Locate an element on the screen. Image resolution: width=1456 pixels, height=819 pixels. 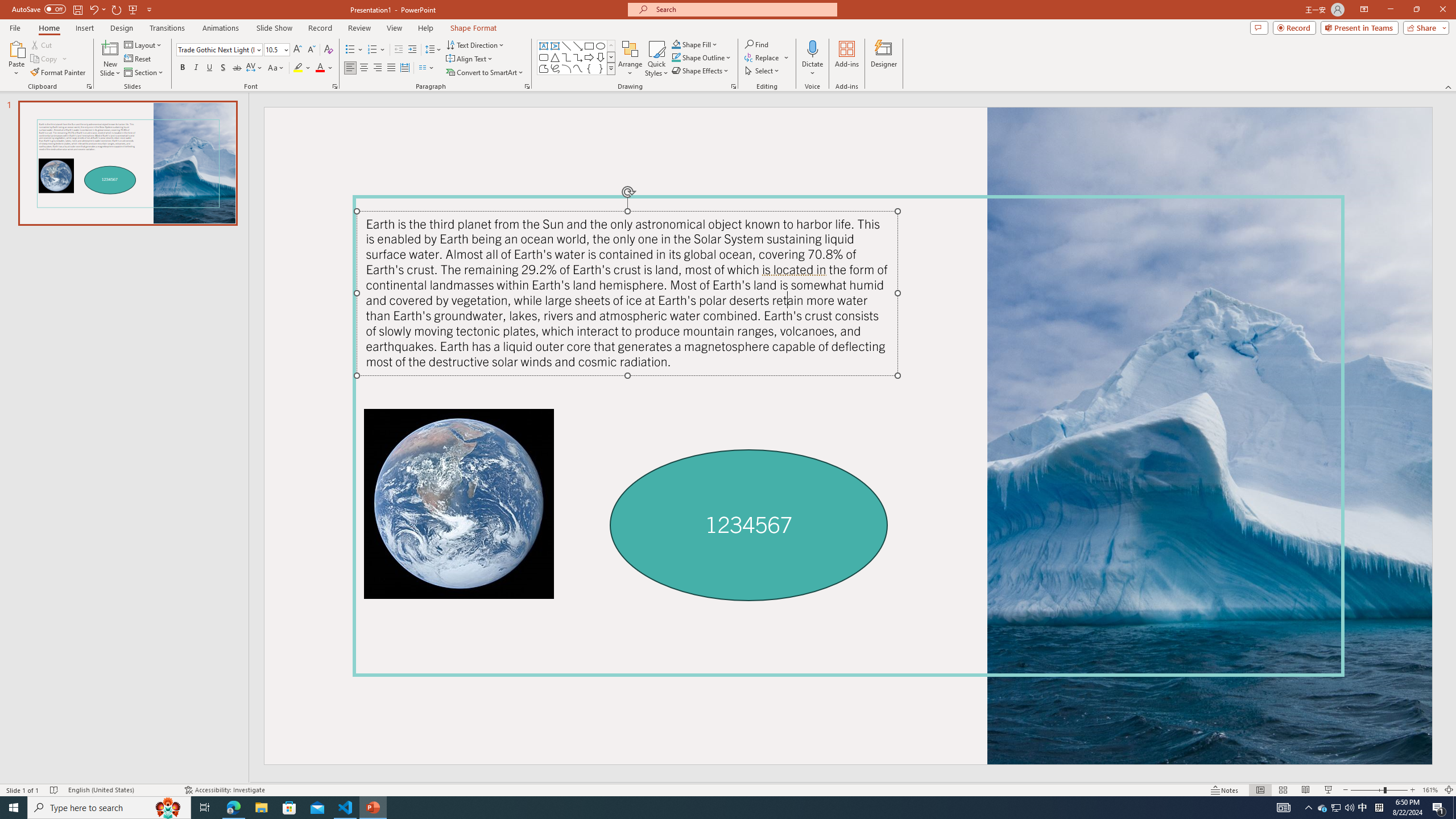
'Shape Outline Teal, Accent 1' is located at coordinates (676, 56).